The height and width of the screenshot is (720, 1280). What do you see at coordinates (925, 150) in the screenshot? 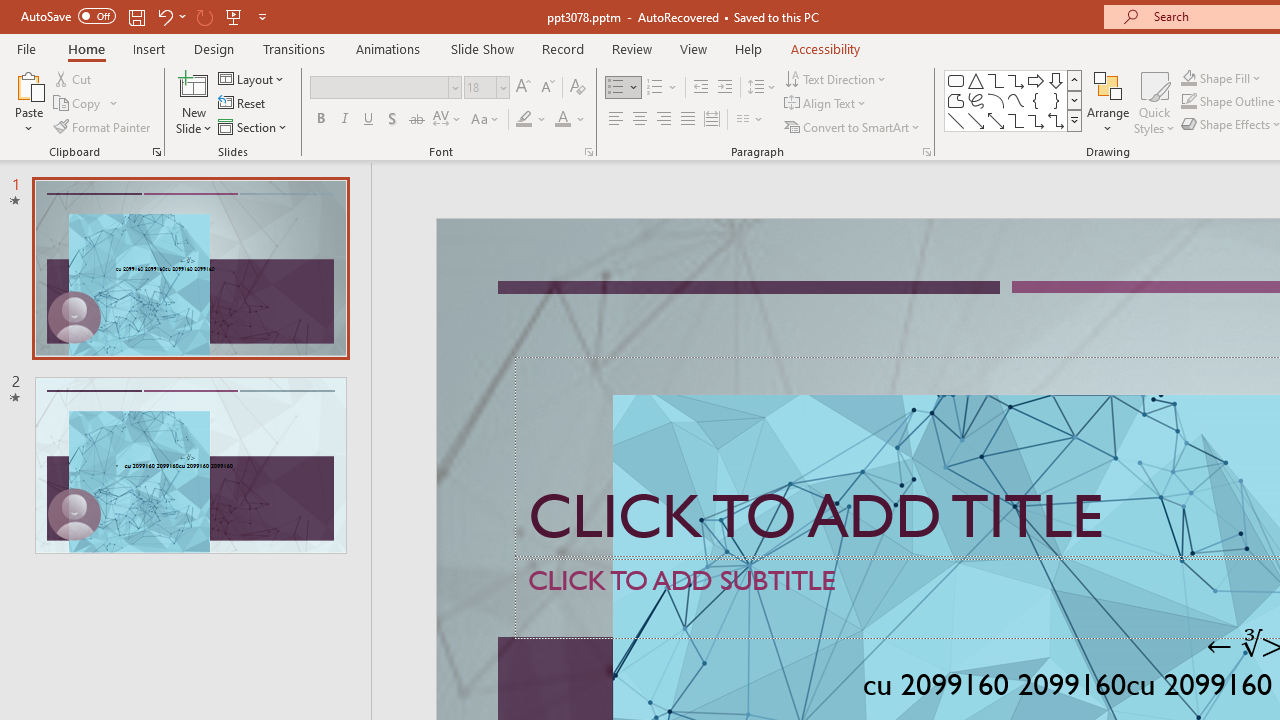
I see `'Paragraph...'` at bounding box center [925, 150].